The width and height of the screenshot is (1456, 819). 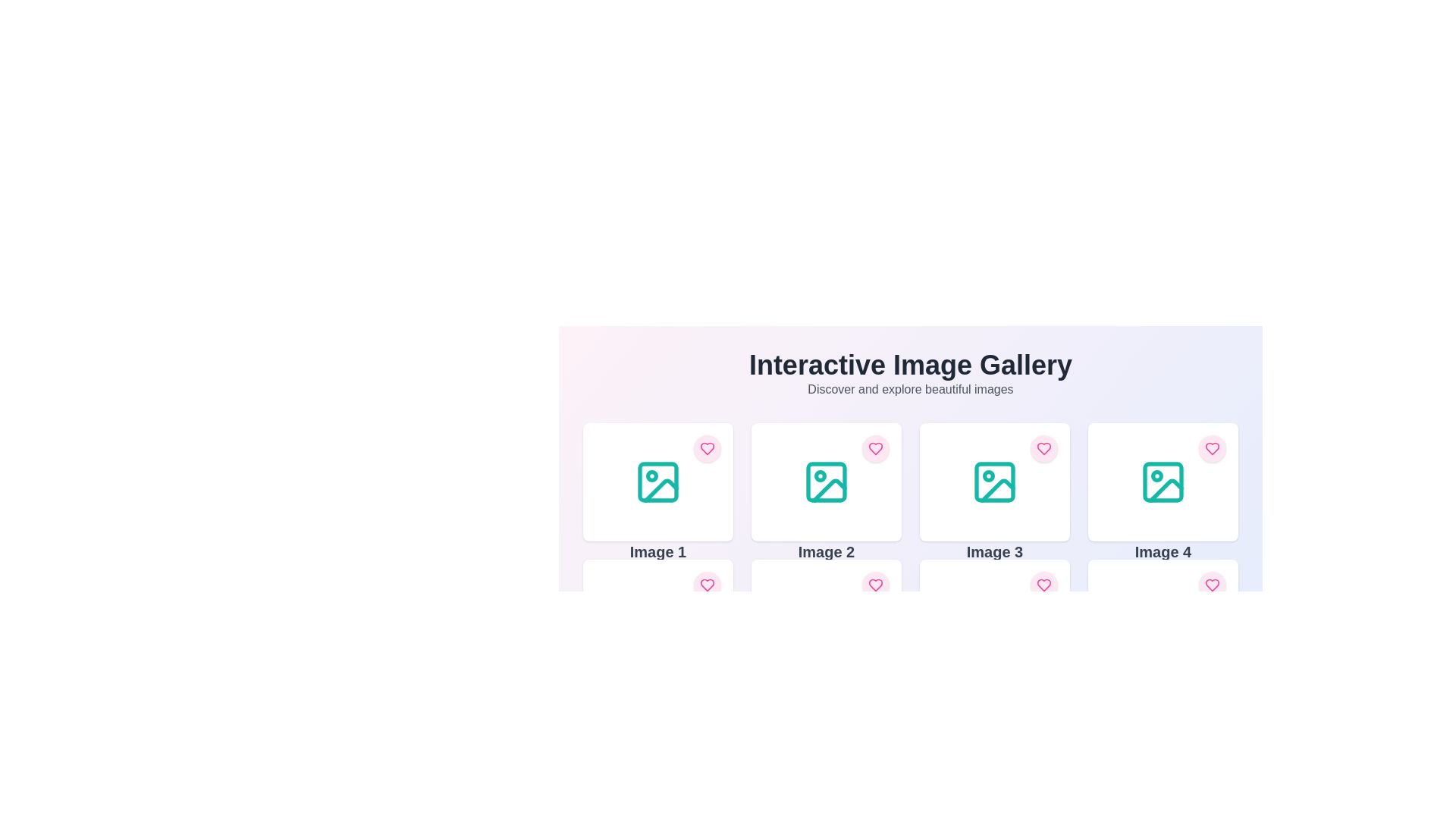 I want to click on the heart-shaped SVG icon, which is styled with a pink color fill and located in the top-right corner of the card labeled 'Image 3', to like the item, so click(x=1043, y=447).